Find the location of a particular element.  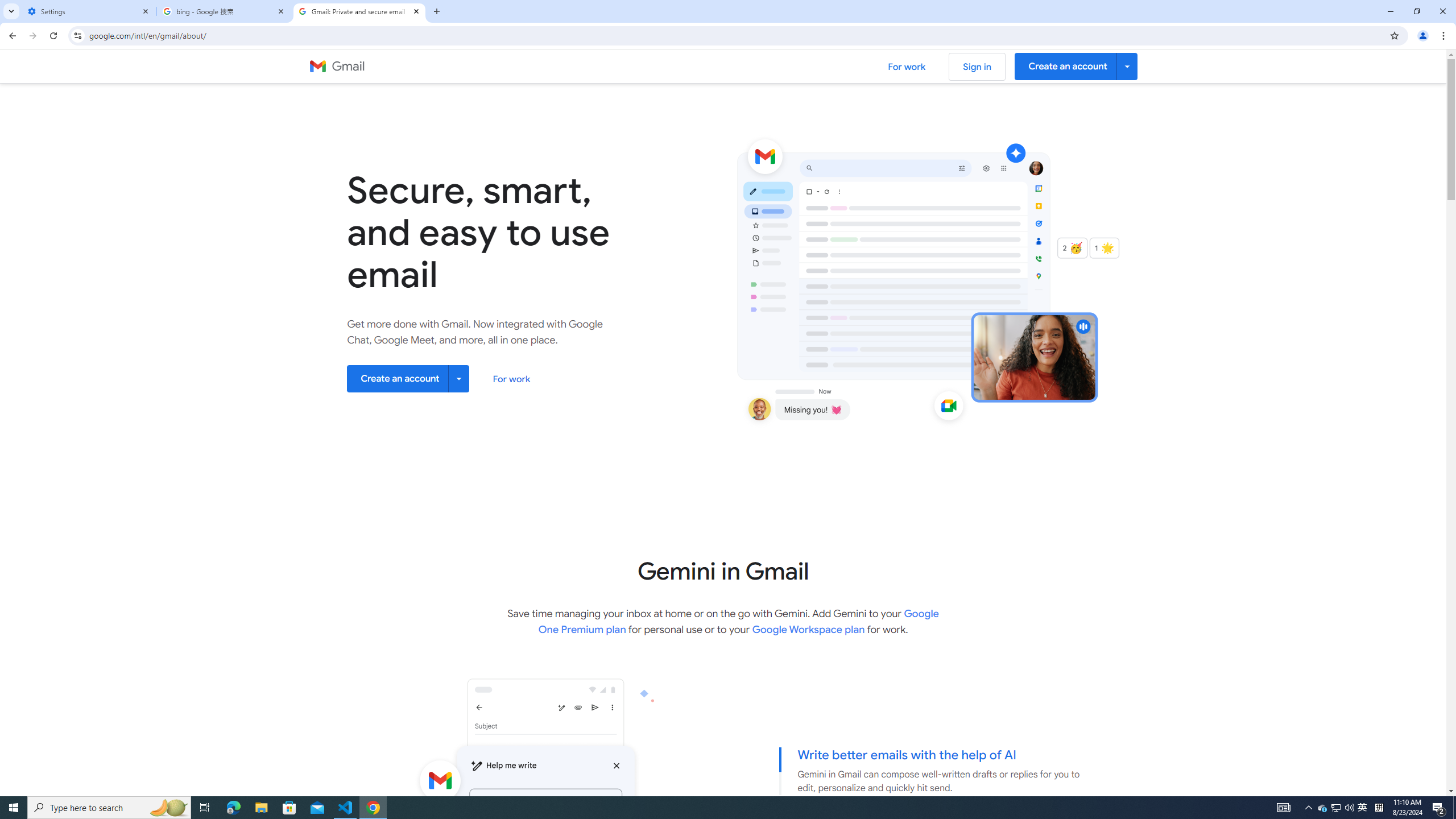

'Gmail' is located at coordinates (336, 66).